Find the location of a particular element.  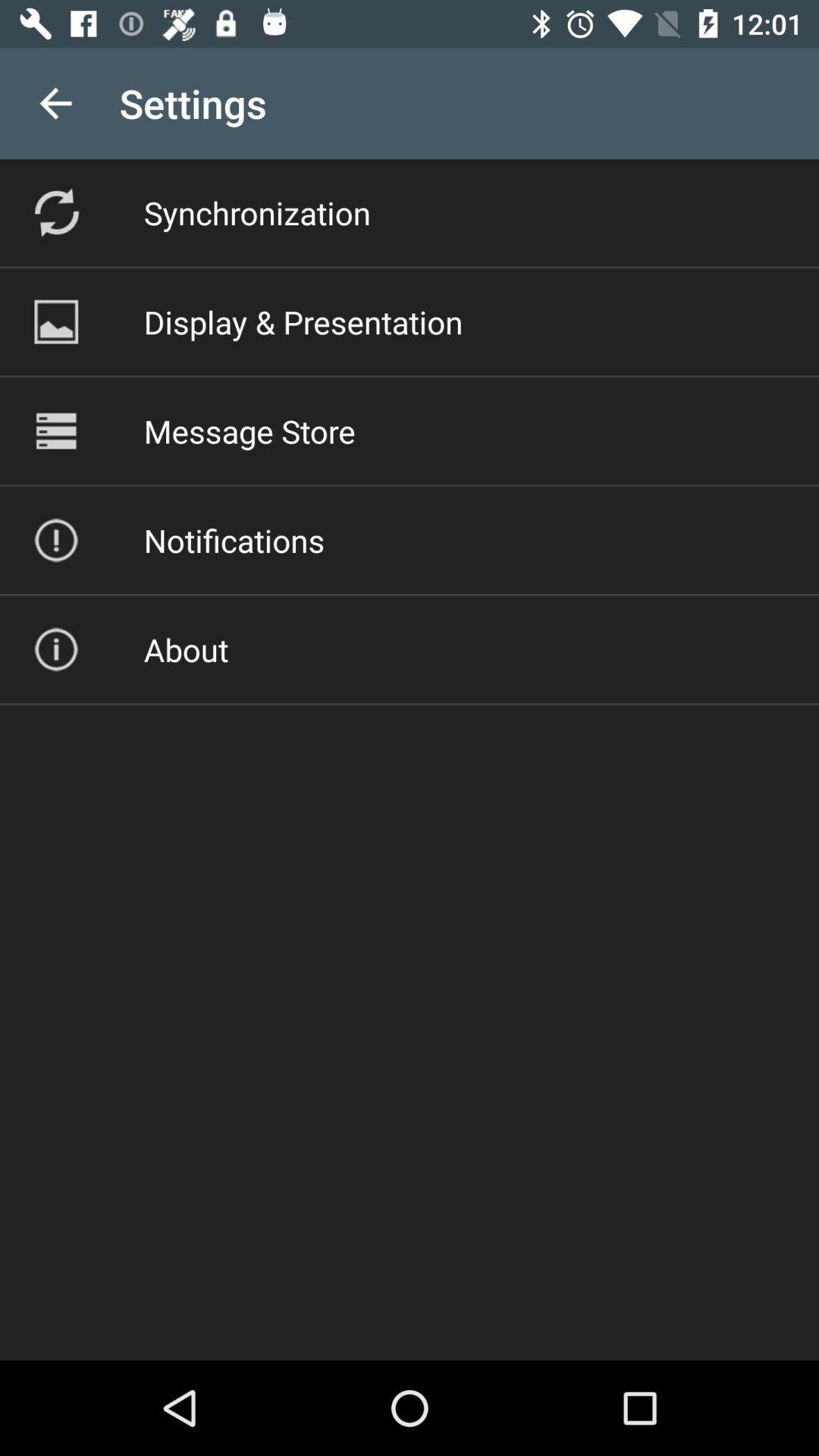

icon above the message store icon is located at coordinates (303, 321).